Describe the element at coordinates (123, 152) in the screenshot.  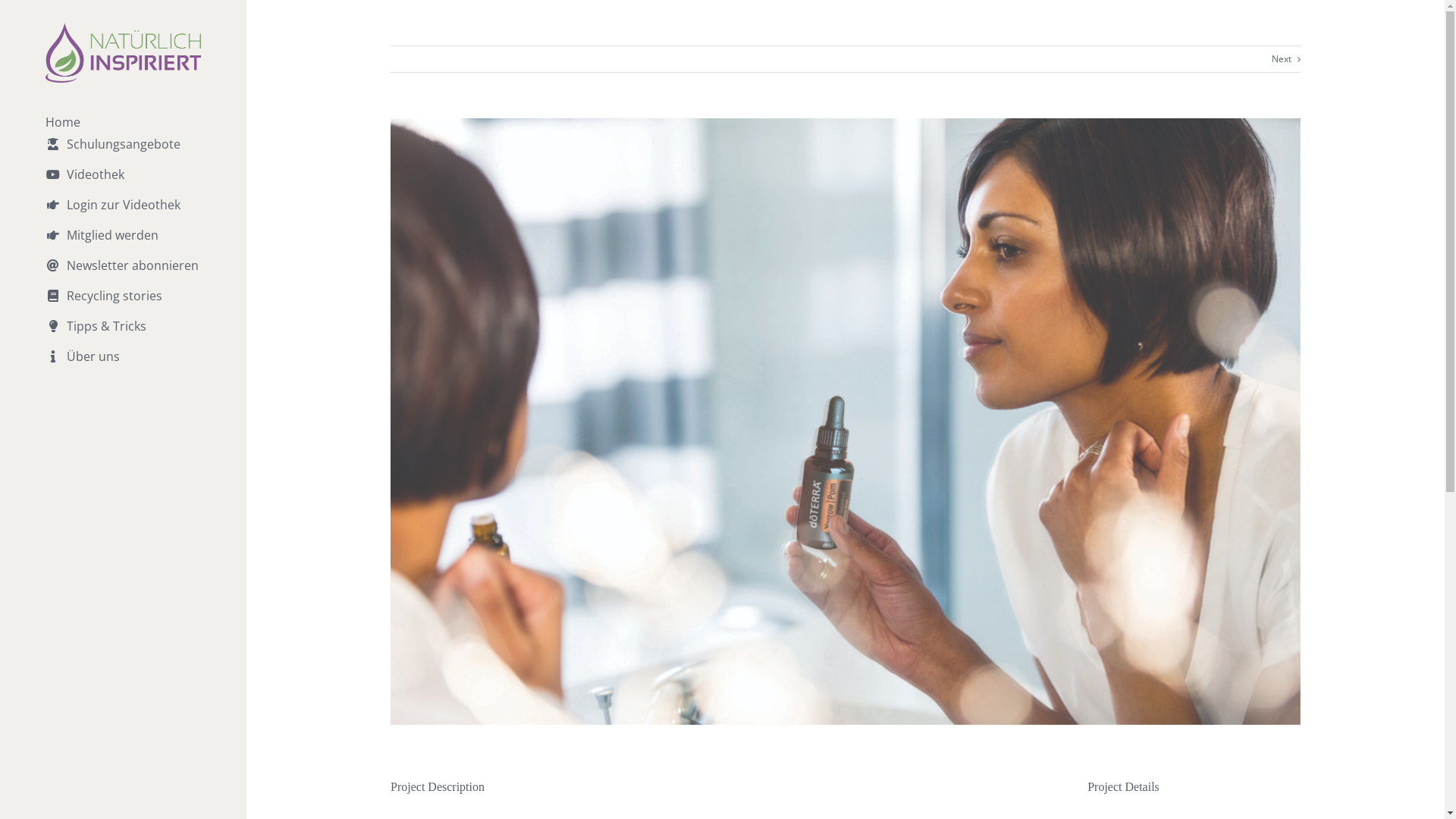
I see `'Schulungsangebote'` at that location.